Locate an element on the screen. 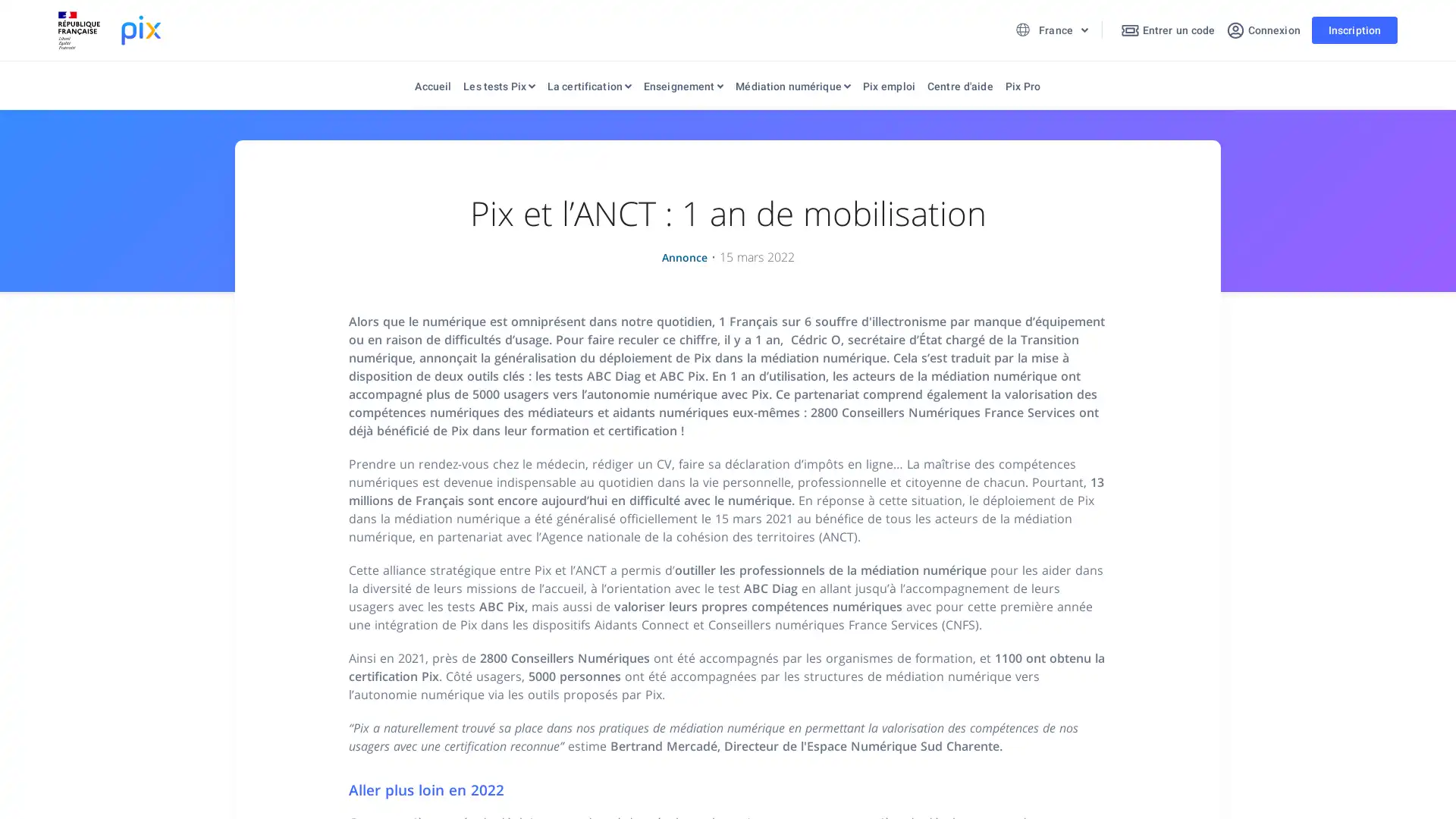  Mediation numerique is located at coordinates (792, 89).